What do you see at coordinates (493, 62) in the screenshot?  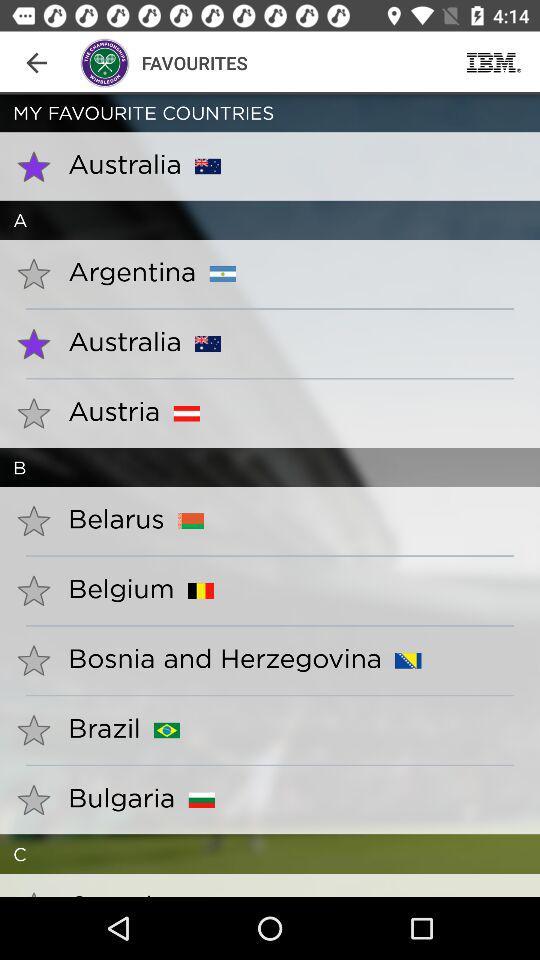 I see `the date_range icon` at bounding box center [493, 62].